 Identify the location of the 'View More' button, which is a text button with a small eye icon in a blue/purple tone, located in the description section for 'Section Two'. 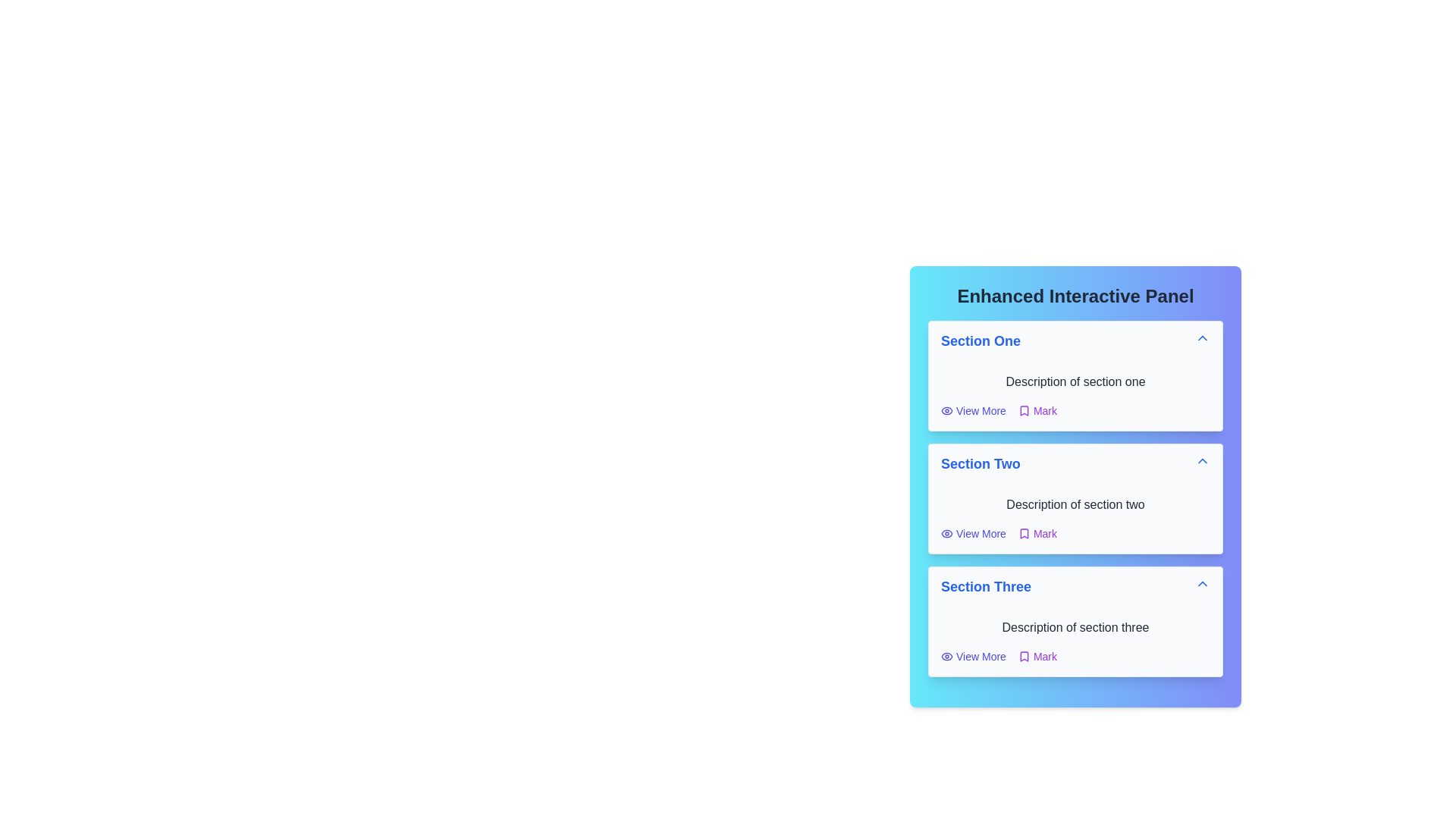
(973, 533).